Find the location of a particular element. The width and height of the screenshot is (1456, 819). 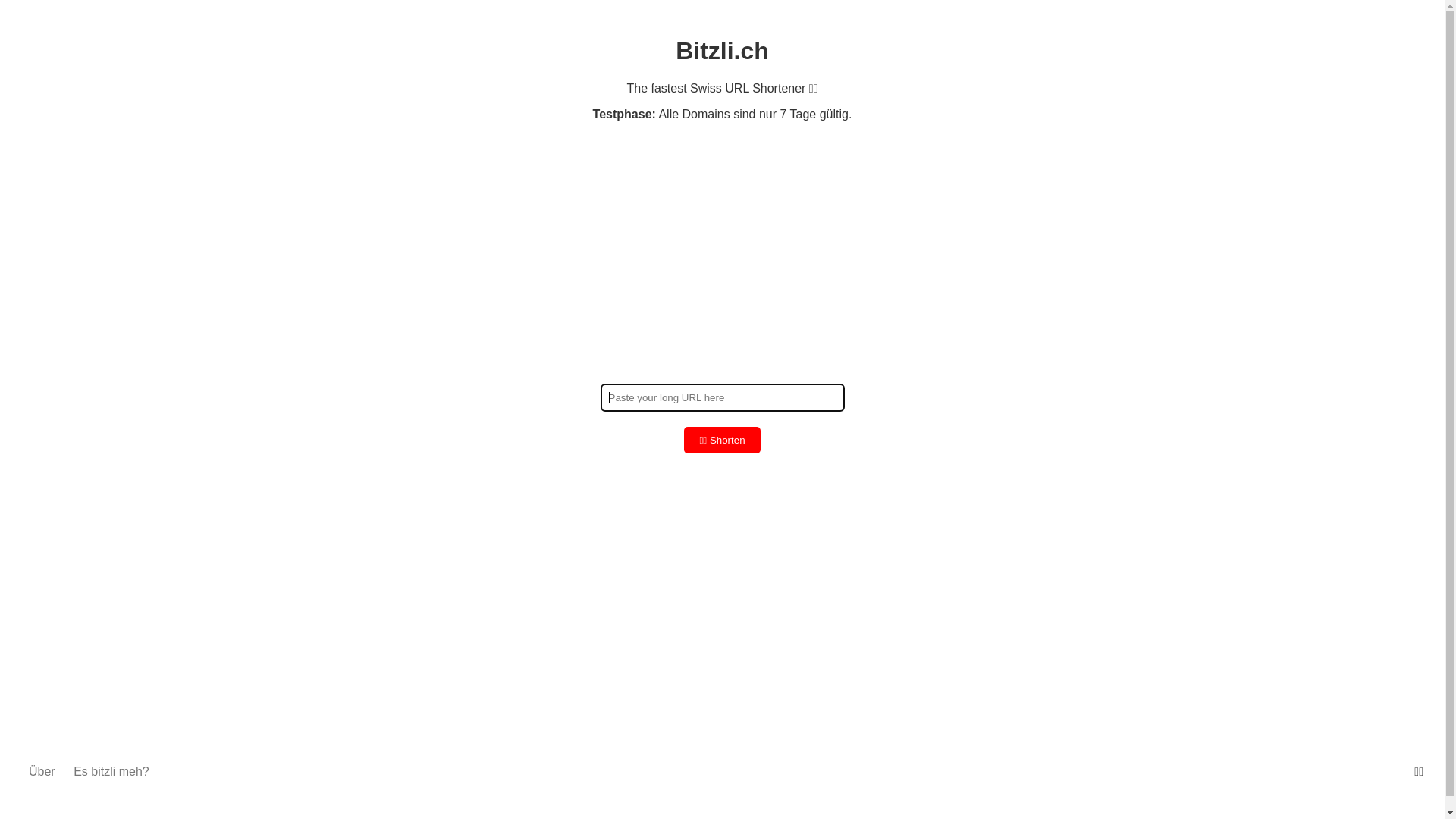

'Es bitzli meh?' is located at coordinates (72, 771).